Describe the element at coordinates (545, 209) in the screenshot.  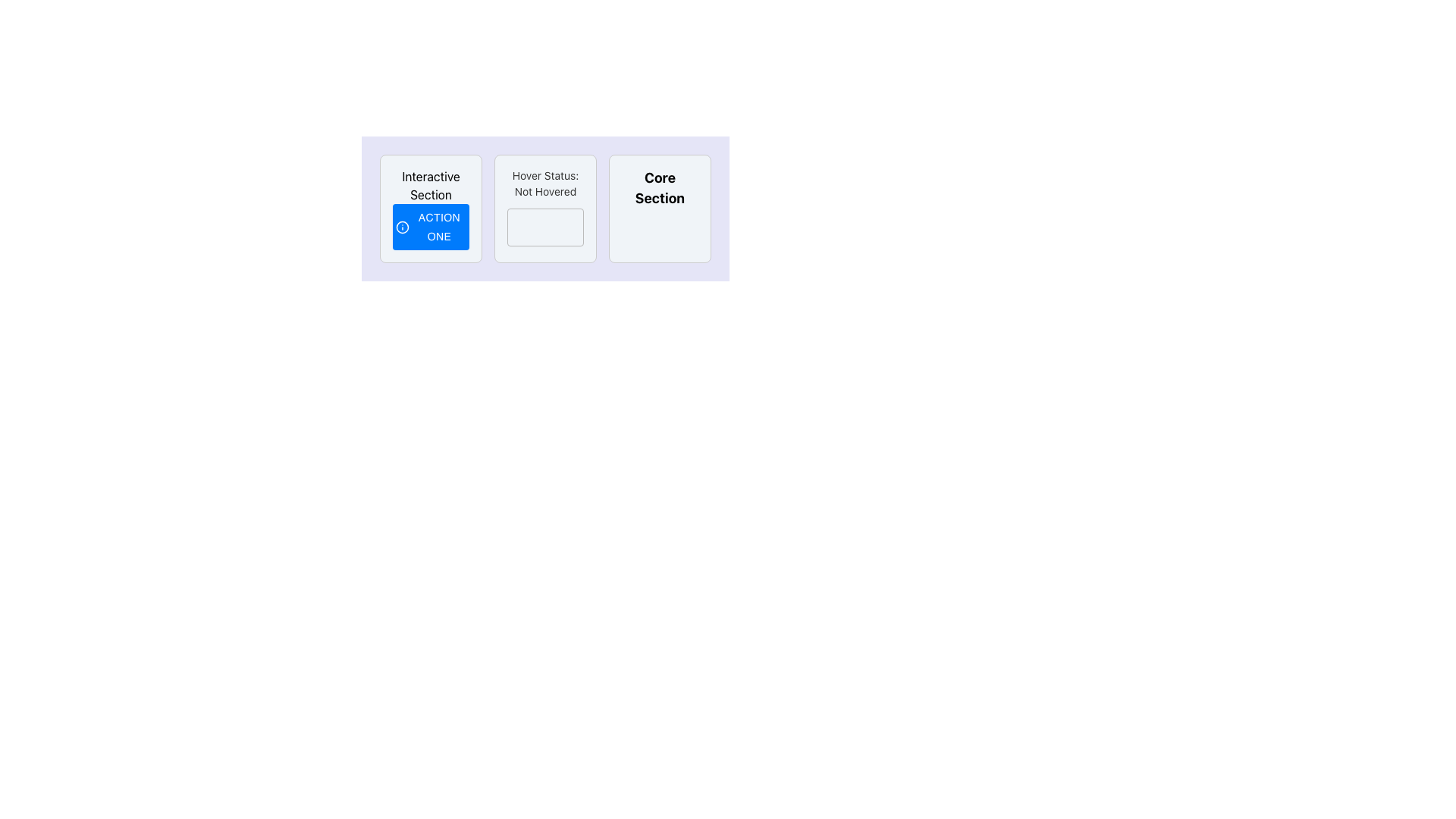
I see `the Informational panel located between the 'Interactive Section' on the left and 'Core Section' on the right, displaying a status message related to hover interaction` at that location.